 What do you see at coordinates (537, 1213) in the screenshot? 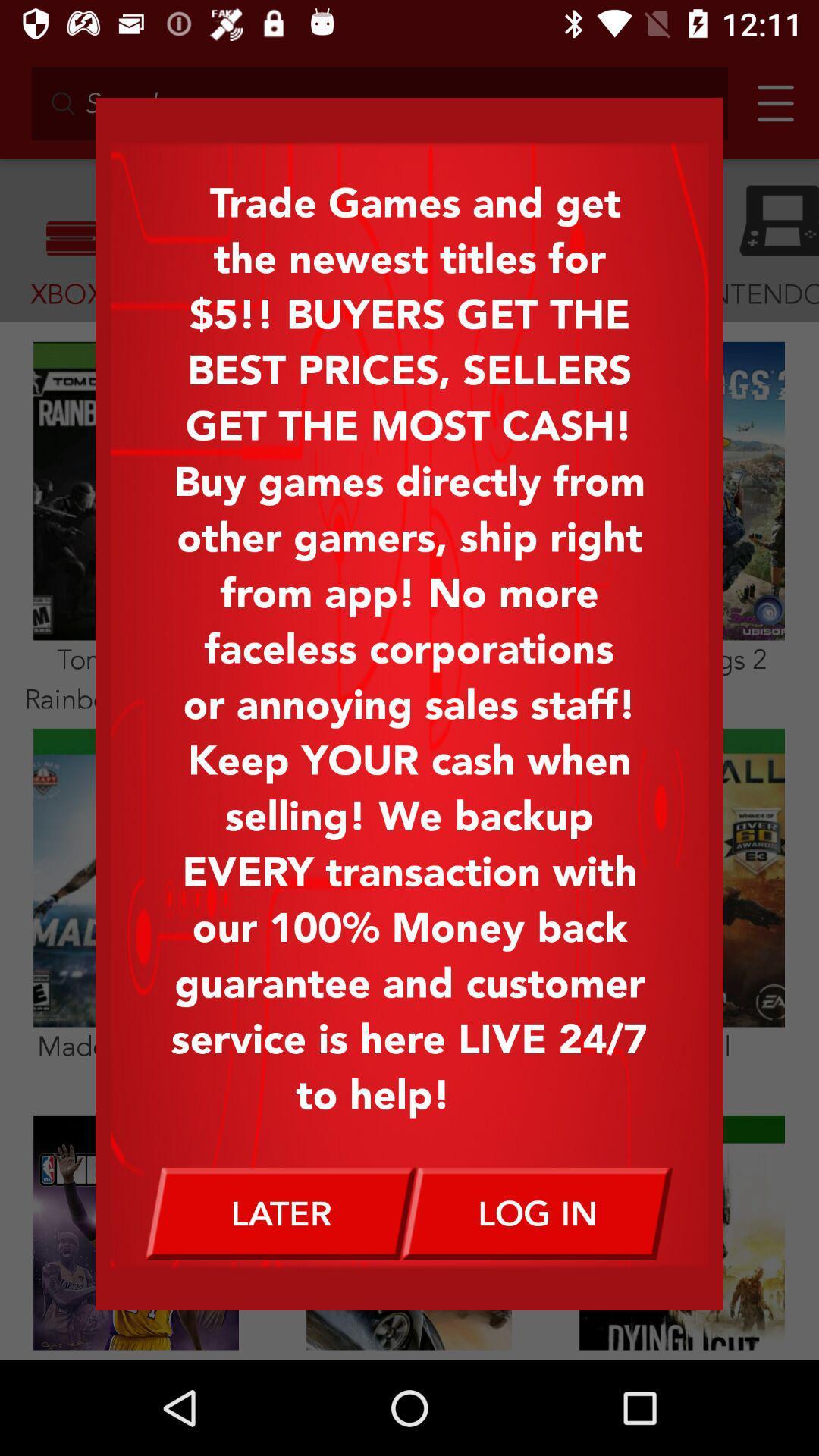
I see `log in icon` at bounding box center [537, 1213].